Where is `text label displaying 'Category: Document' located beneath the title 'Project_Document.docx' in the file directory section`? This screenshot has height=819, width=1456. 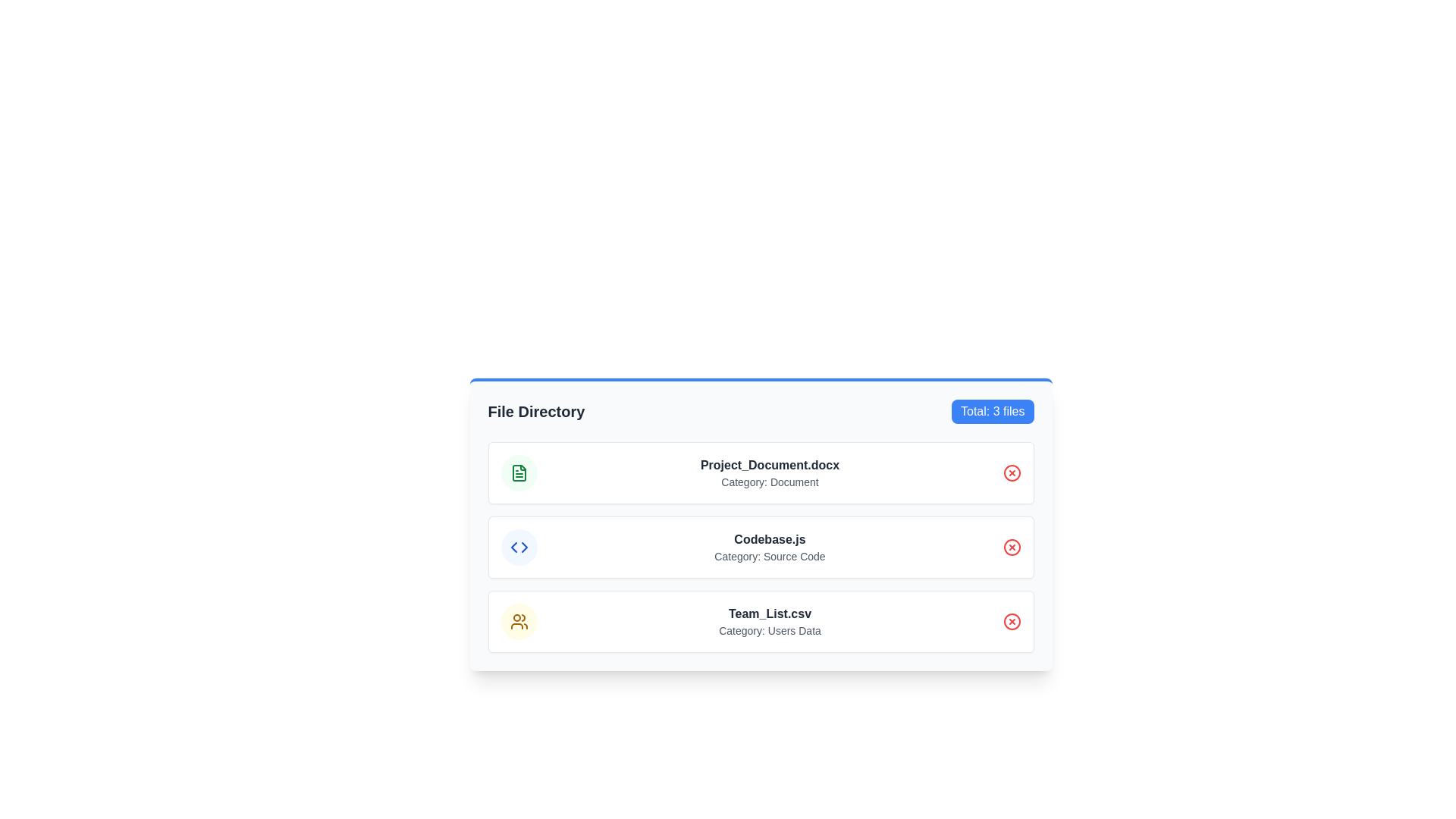 text label displaying 'Category: Document' located beneath the title 'Project_Document.docx' in the file directory section is located at coordinates (770, 482).